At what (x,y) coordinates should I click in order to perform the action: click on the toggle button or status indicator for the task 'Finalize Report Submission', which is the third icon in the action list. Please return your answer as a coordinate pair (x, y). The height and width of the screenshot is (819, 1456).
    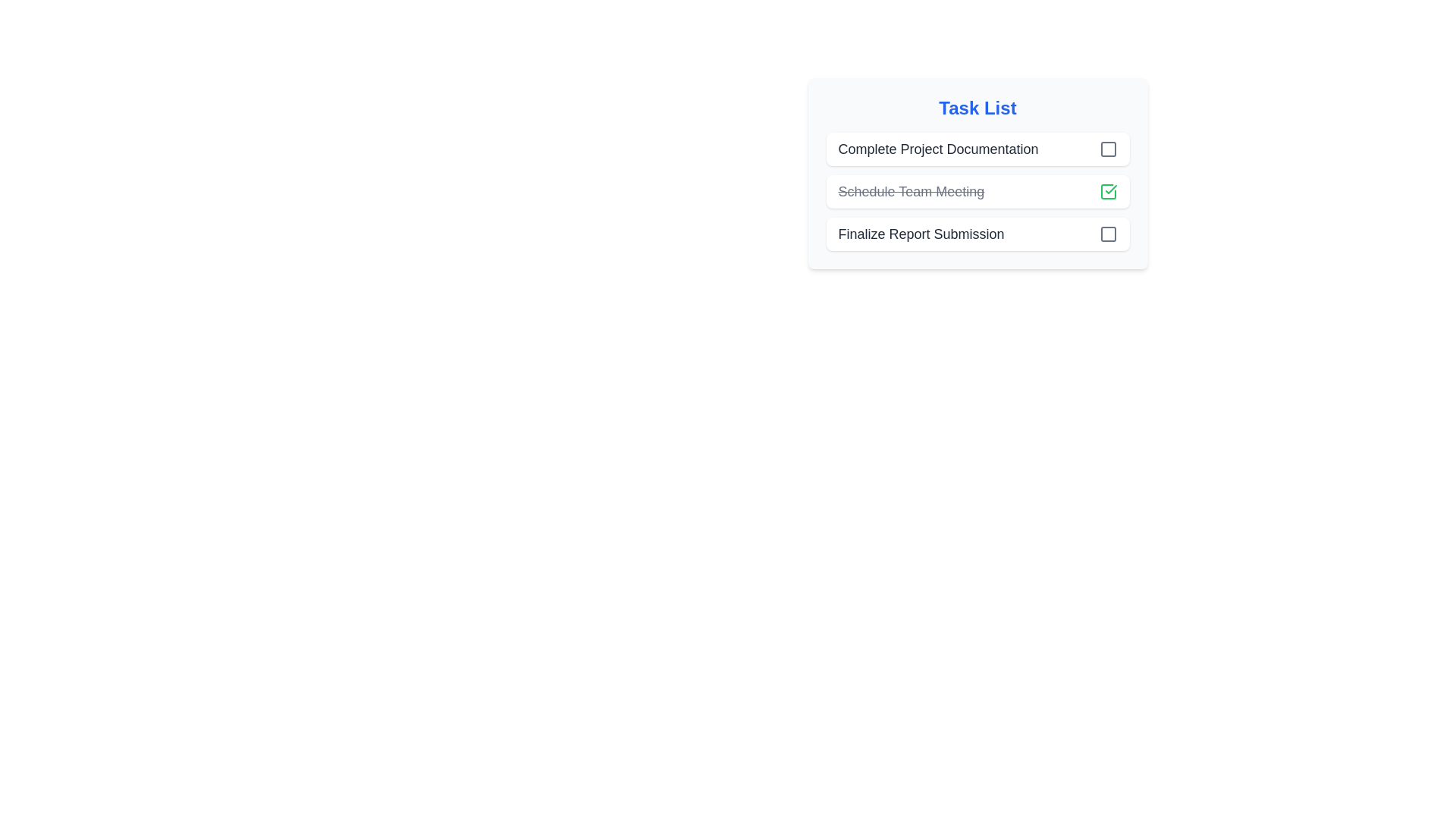
    Looking at the image, I should click on (1108, 234).